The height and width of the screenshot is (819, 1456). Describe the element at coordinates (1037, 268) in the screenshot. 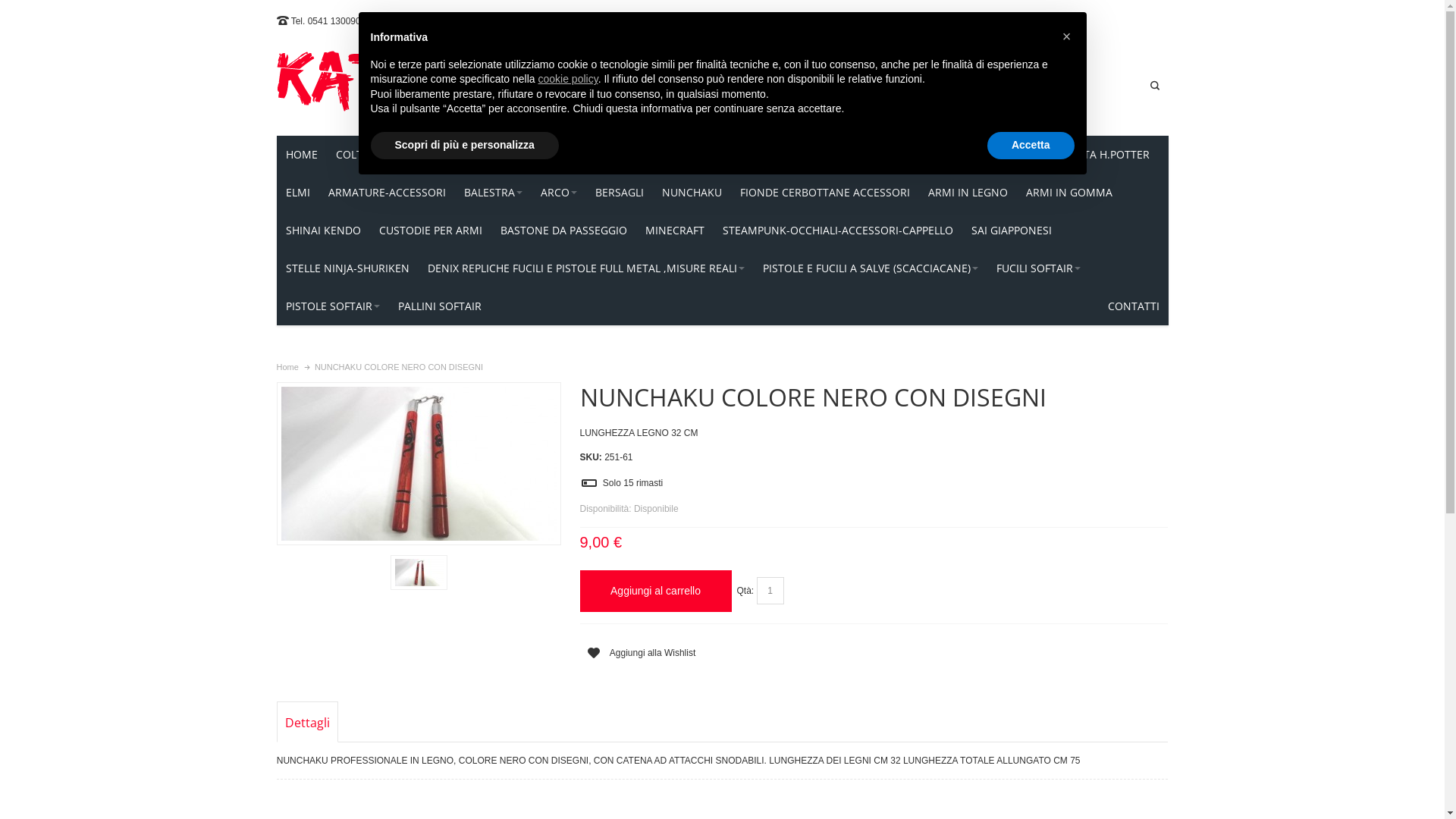

I see `'FUCILI SOFTAIR  '` at that location.